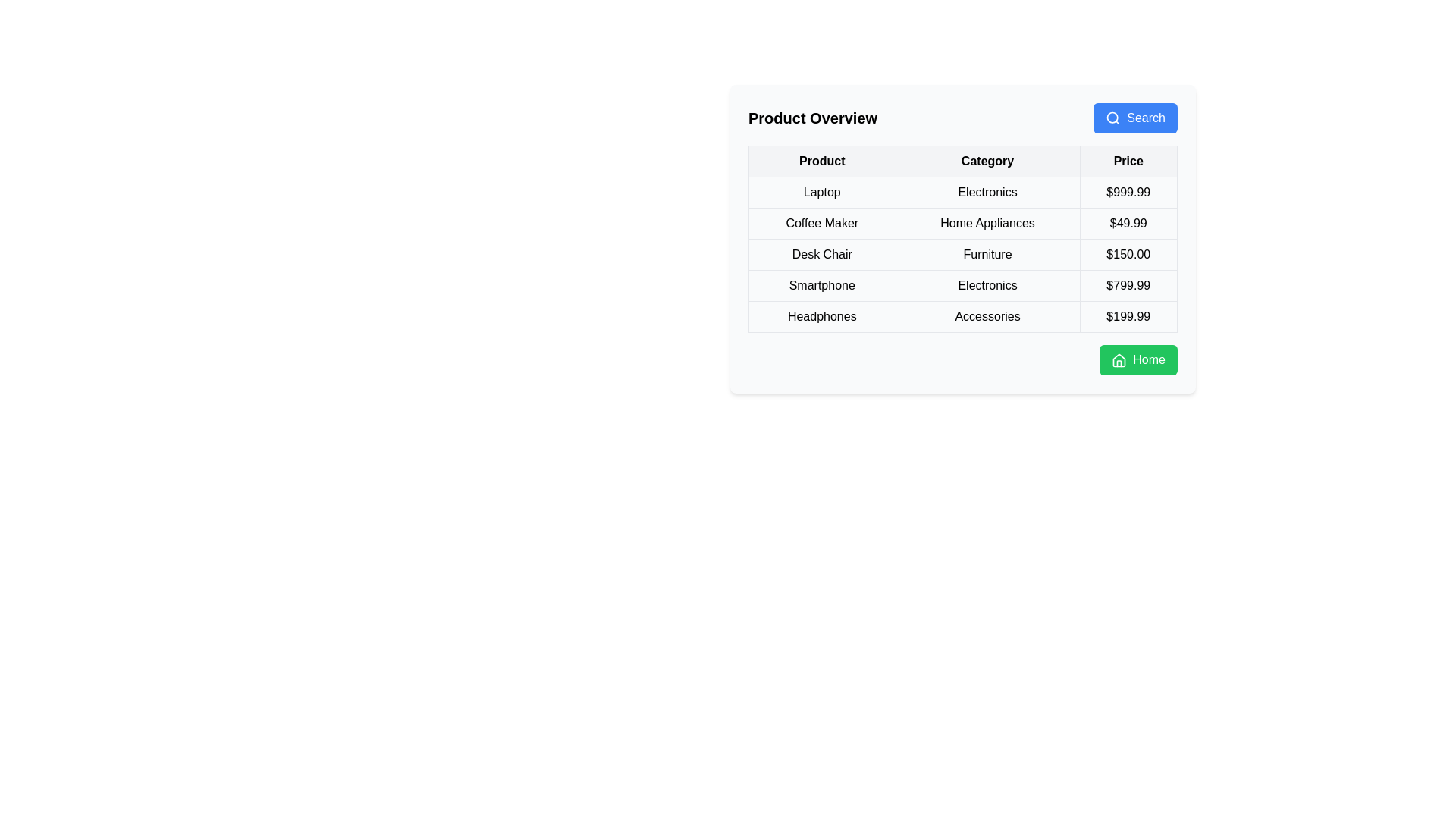 The height and width of the screenshot is (819, 1456). What do you see at coordinates (821, 253) in the screenshot?
I see `the text label reading 'Desk Chair' which is the third row in the table under the 'Product' column` at bounding box center [821, 253].